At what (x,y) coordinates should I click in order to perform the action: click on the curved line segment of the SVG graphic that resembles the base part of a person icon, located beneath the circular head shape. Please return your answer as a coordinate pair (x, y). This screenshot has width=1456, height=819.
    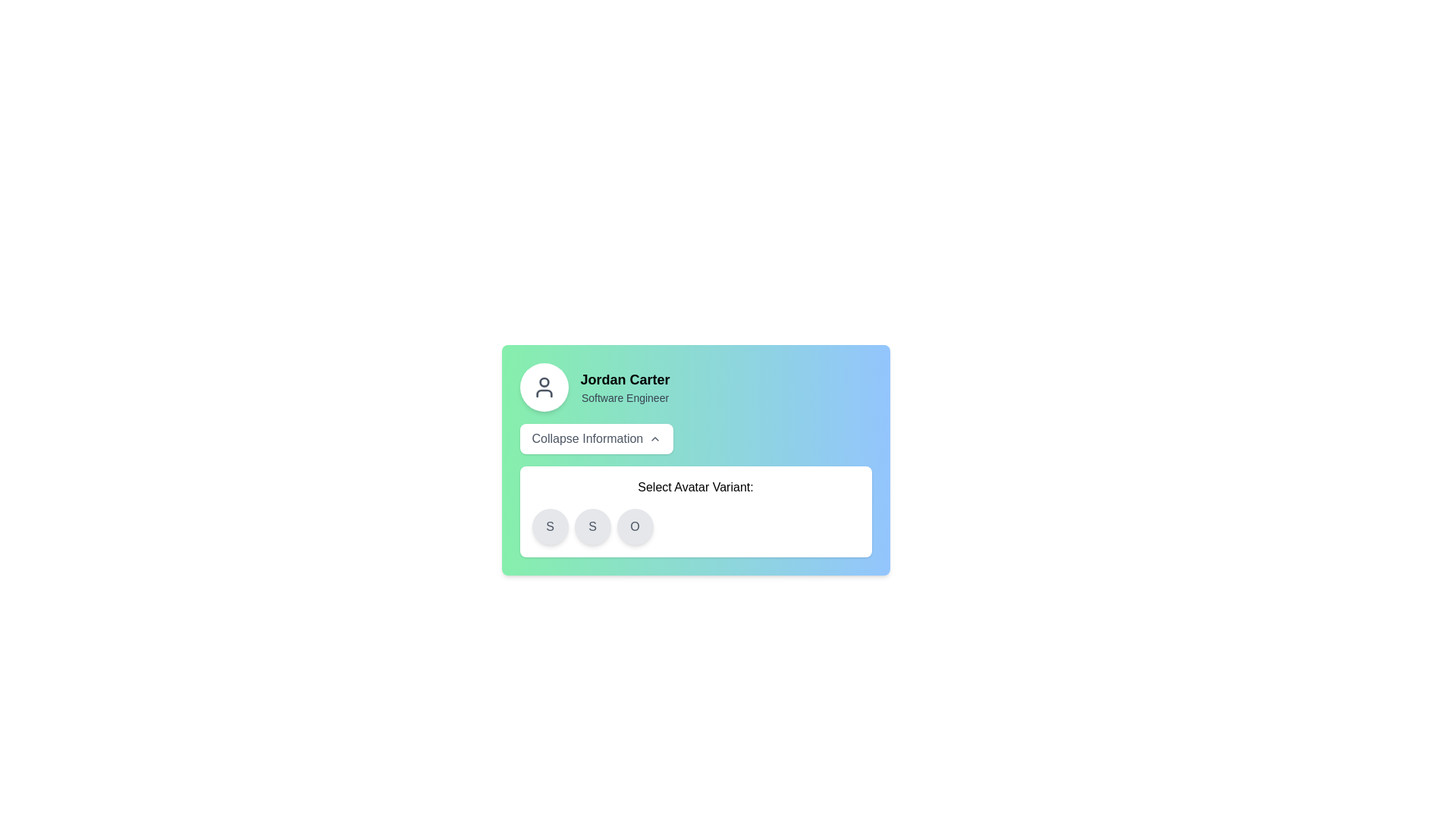
    Looking at the image, I should click on (544, 393).